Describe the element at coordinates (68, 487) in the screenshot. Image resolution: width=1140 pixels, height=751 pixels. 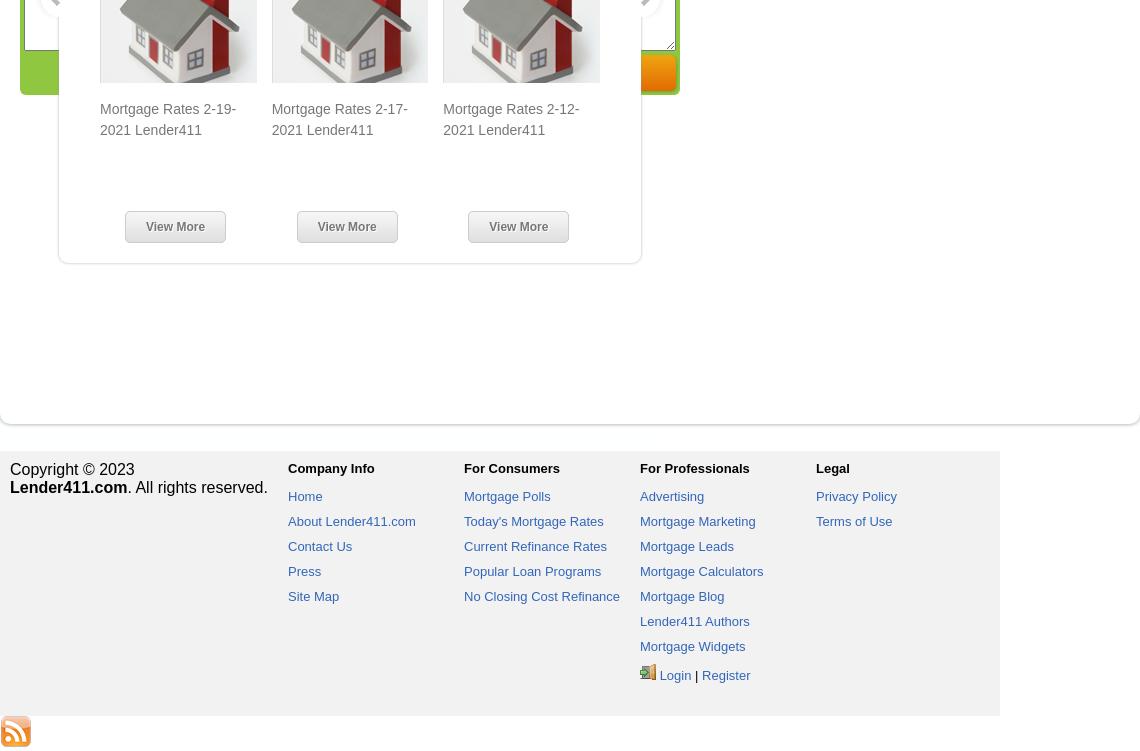
I see `'Lender411.com'` at that location.